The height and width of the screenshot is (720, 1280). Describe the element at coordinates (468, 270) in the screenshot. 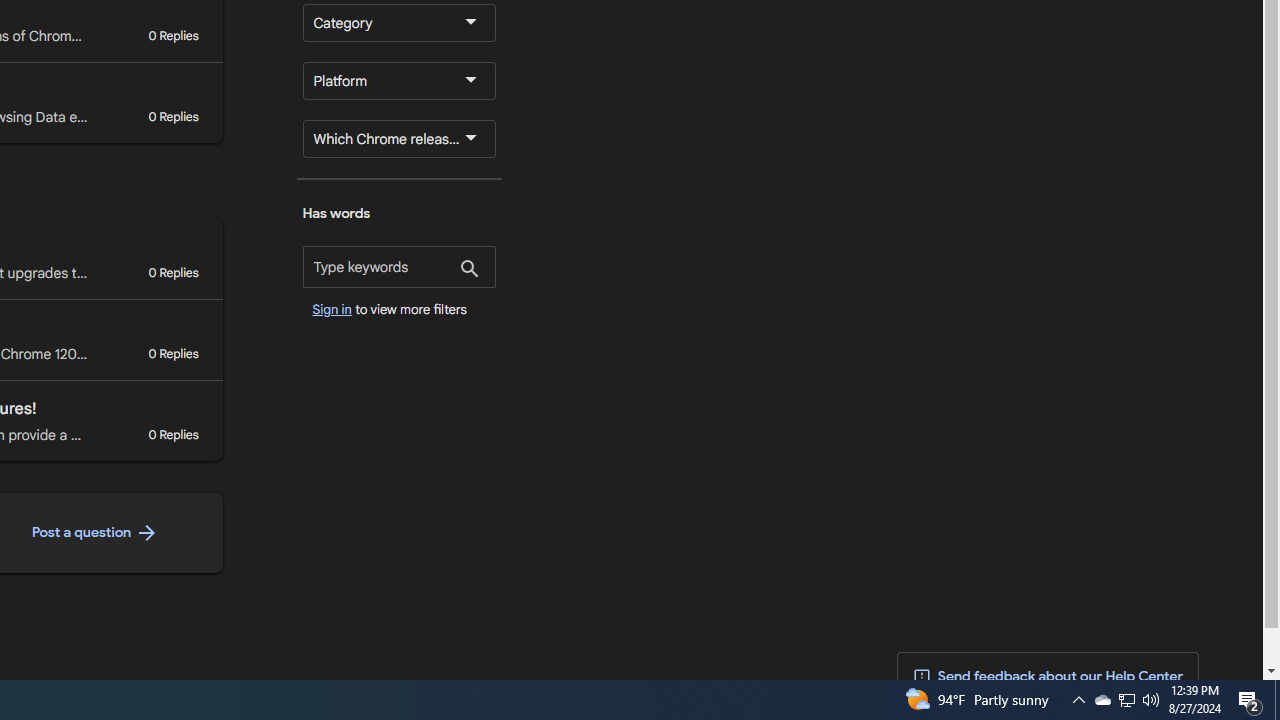

I see `' Apply filter '` at that location.